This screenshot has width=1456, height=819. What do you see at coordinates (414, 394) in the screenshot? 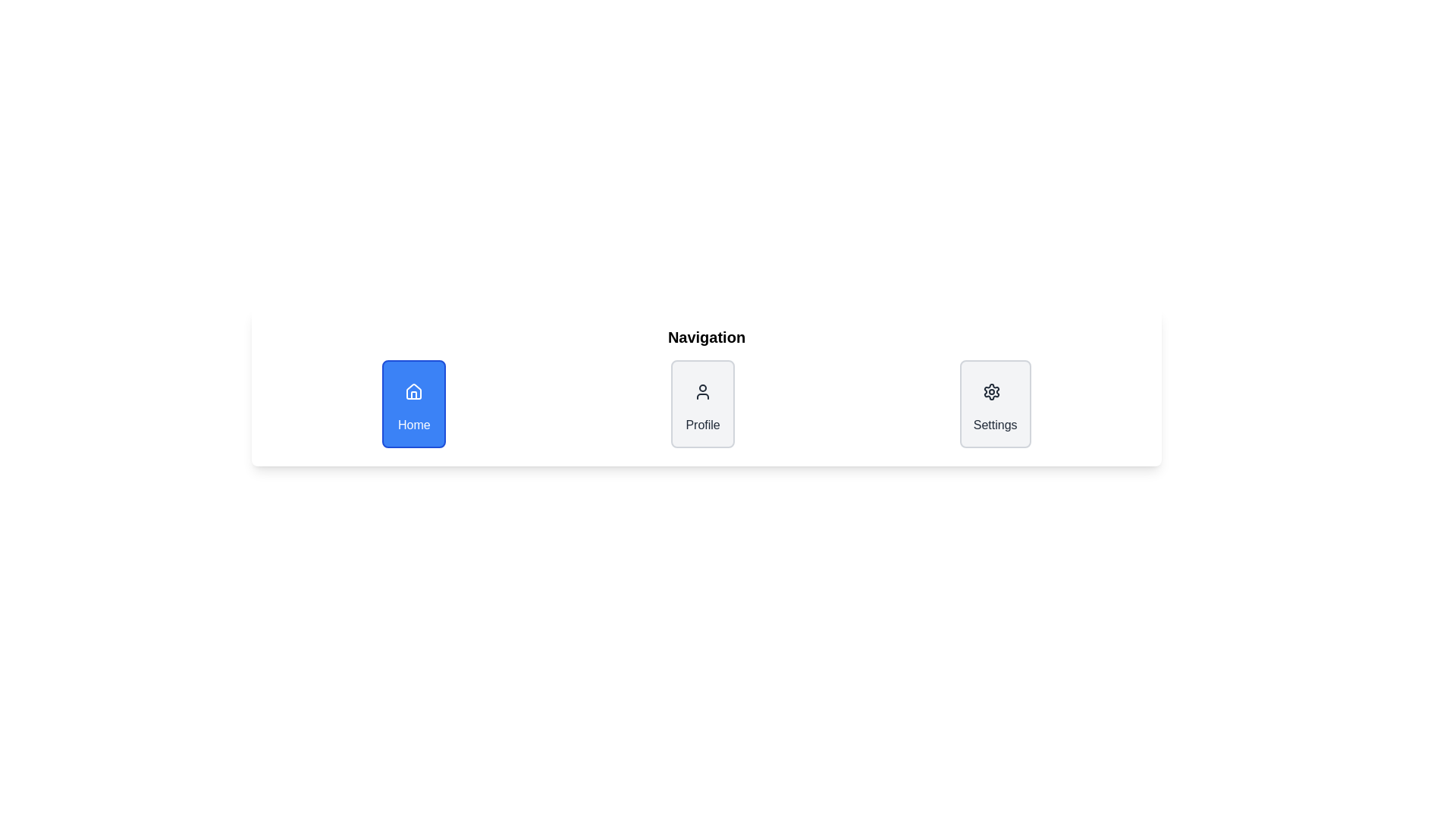
I see `the lower part of the house representation in the 'Home' icon, which is part of the navigation menu` at bounding box center [414, 394].